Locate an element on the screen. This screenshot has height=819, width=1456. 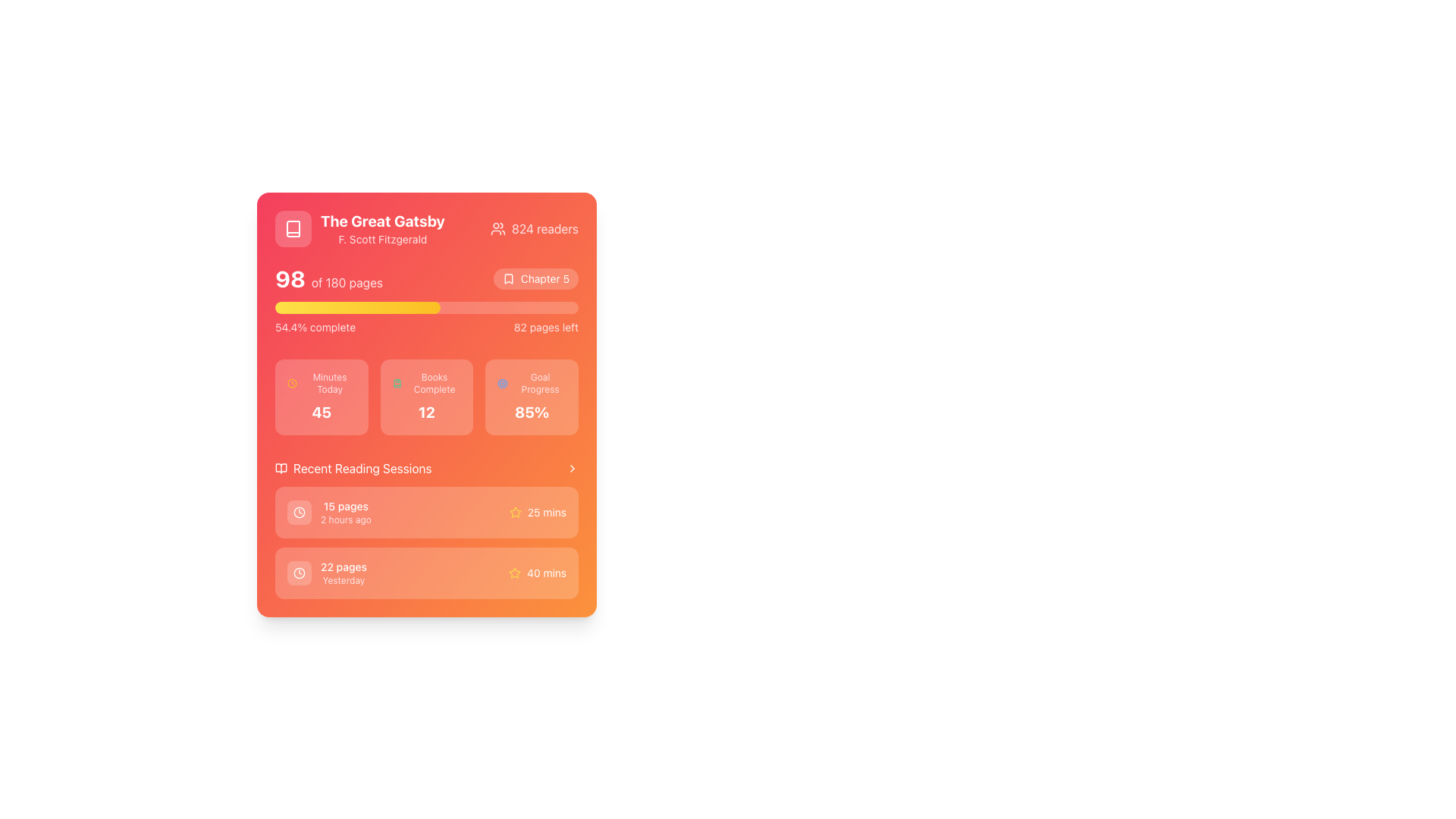
the specific session entries in the 'Recent Reading Sessions' section which contains cards summarizing reading sessions is located at coordinates (425, 529).